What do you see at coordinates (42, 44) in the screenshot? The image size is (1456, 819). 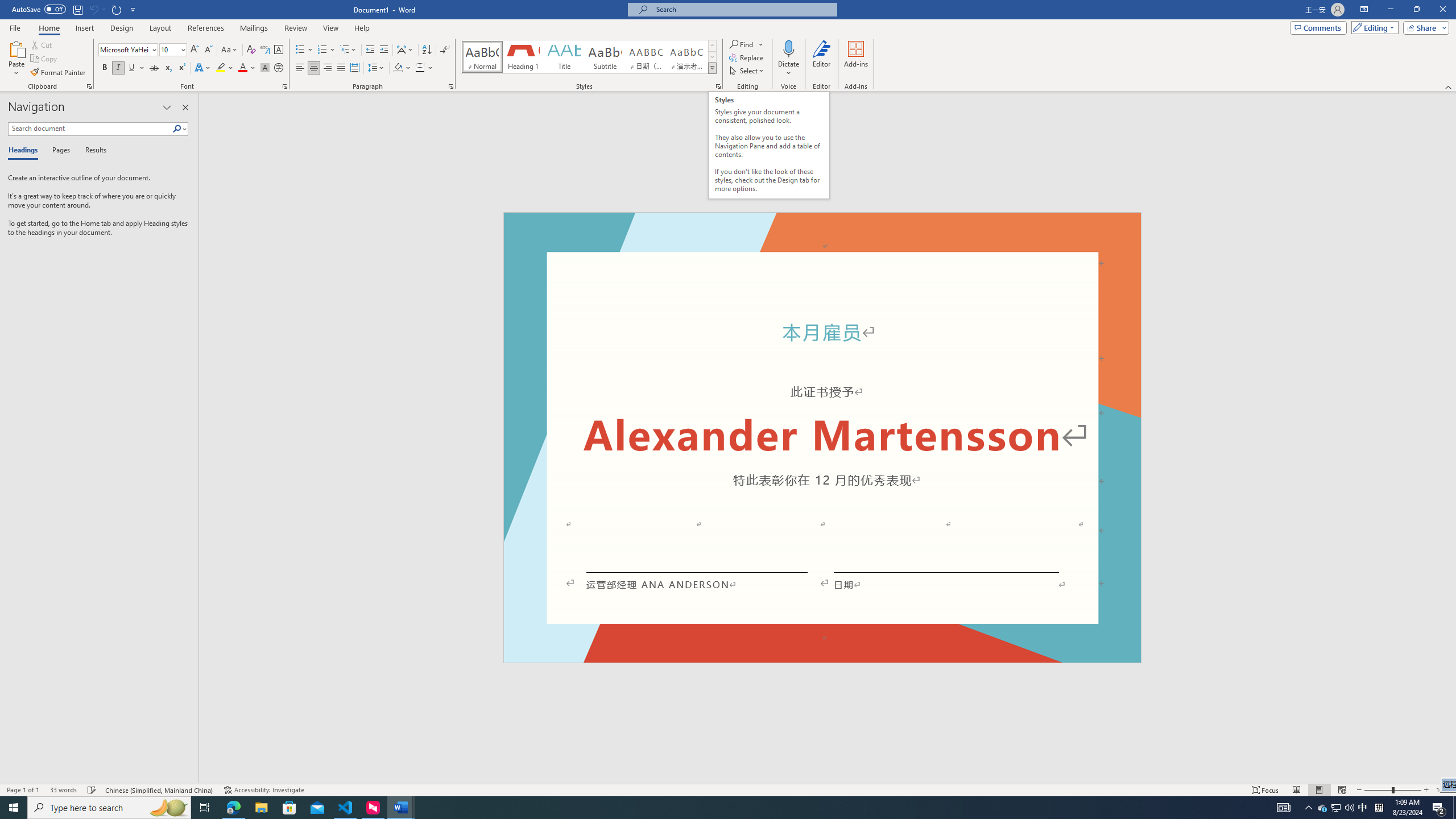 I see `'Cut'` at bounding box center [42, 44].